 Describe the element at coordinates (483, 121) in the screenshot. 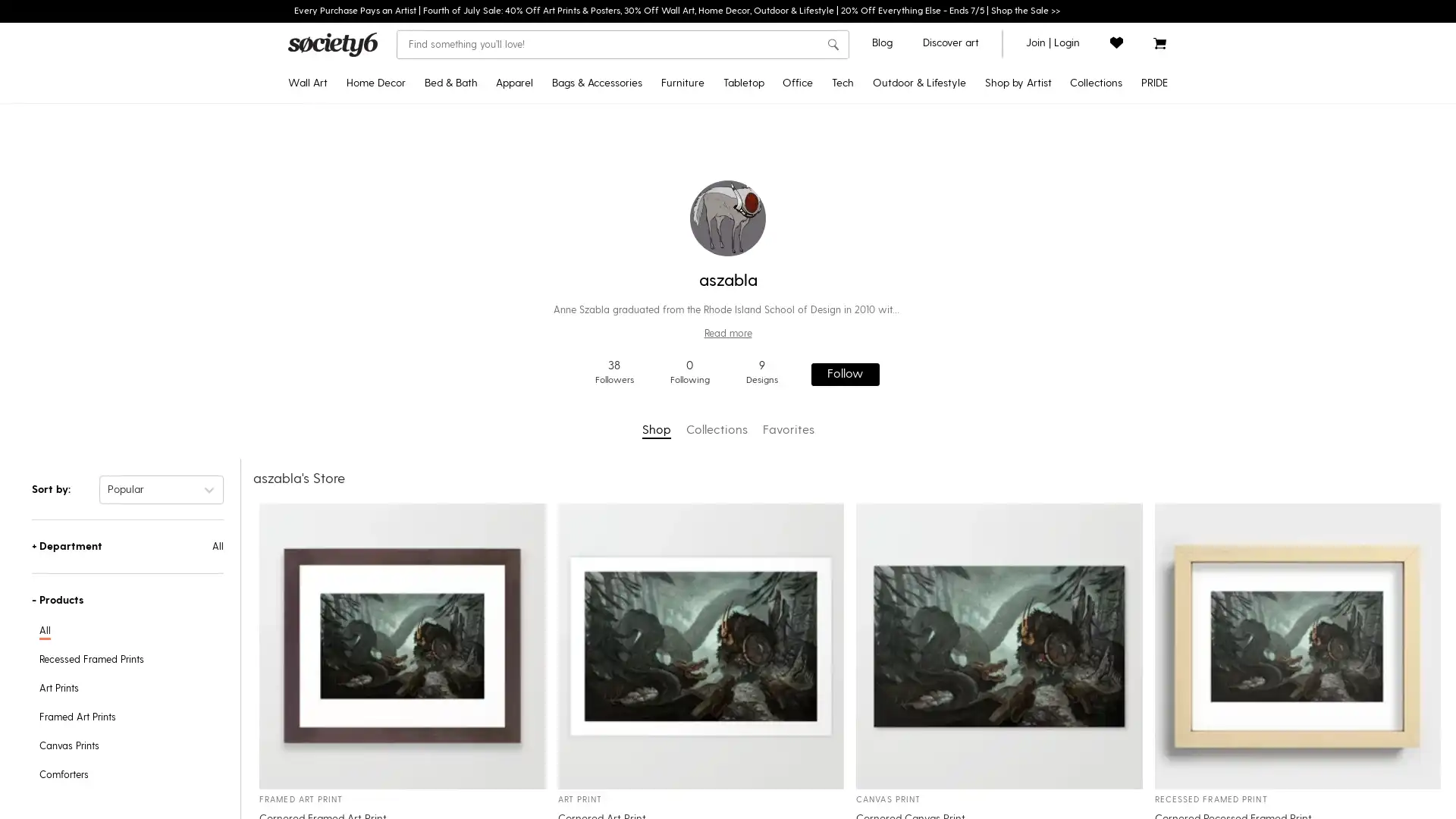

I see `Comforters` at that location.